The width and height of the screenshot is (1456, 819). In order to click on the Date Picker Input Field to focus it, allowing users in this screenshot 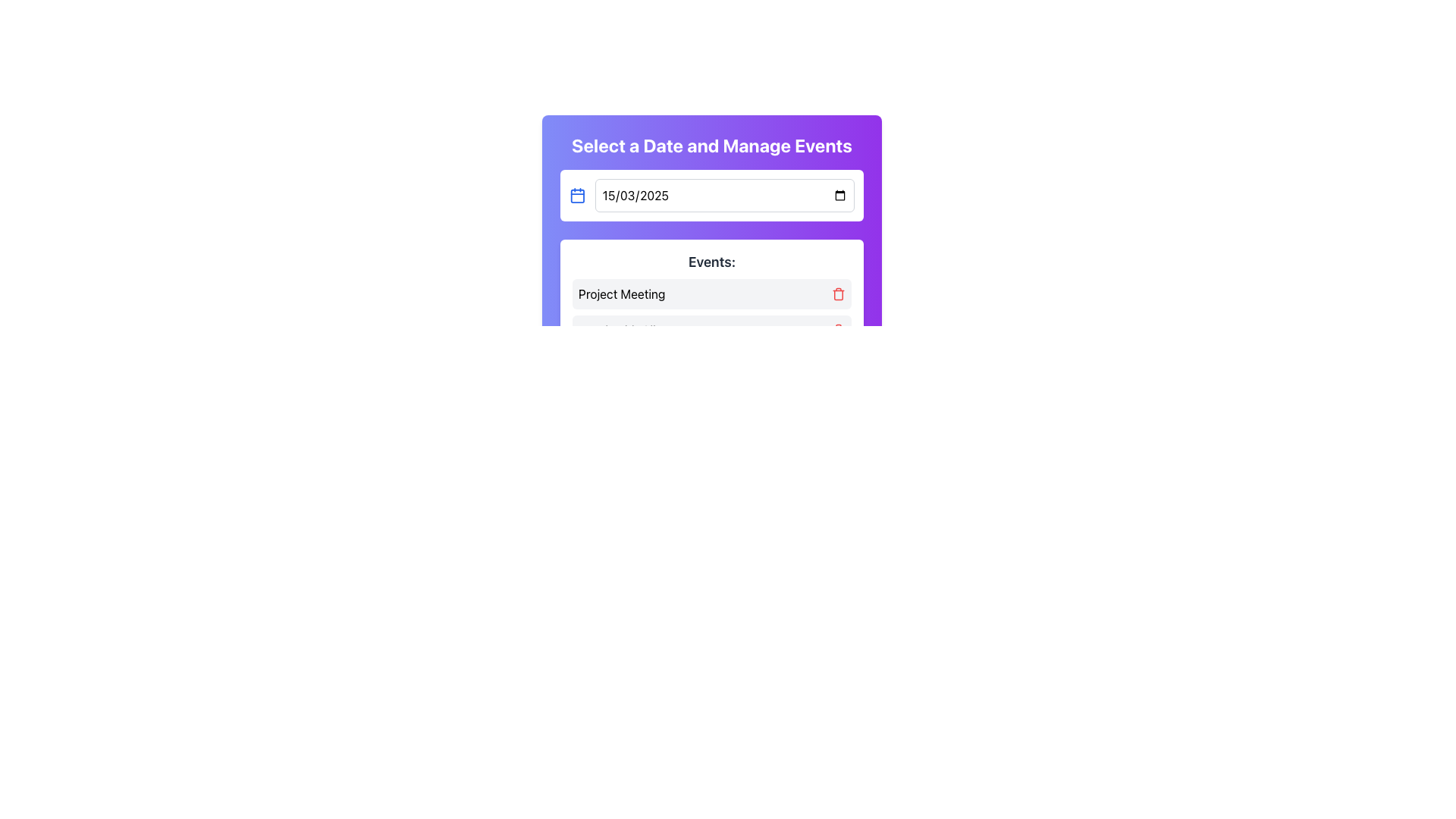, I will do `click(723, 195)`.